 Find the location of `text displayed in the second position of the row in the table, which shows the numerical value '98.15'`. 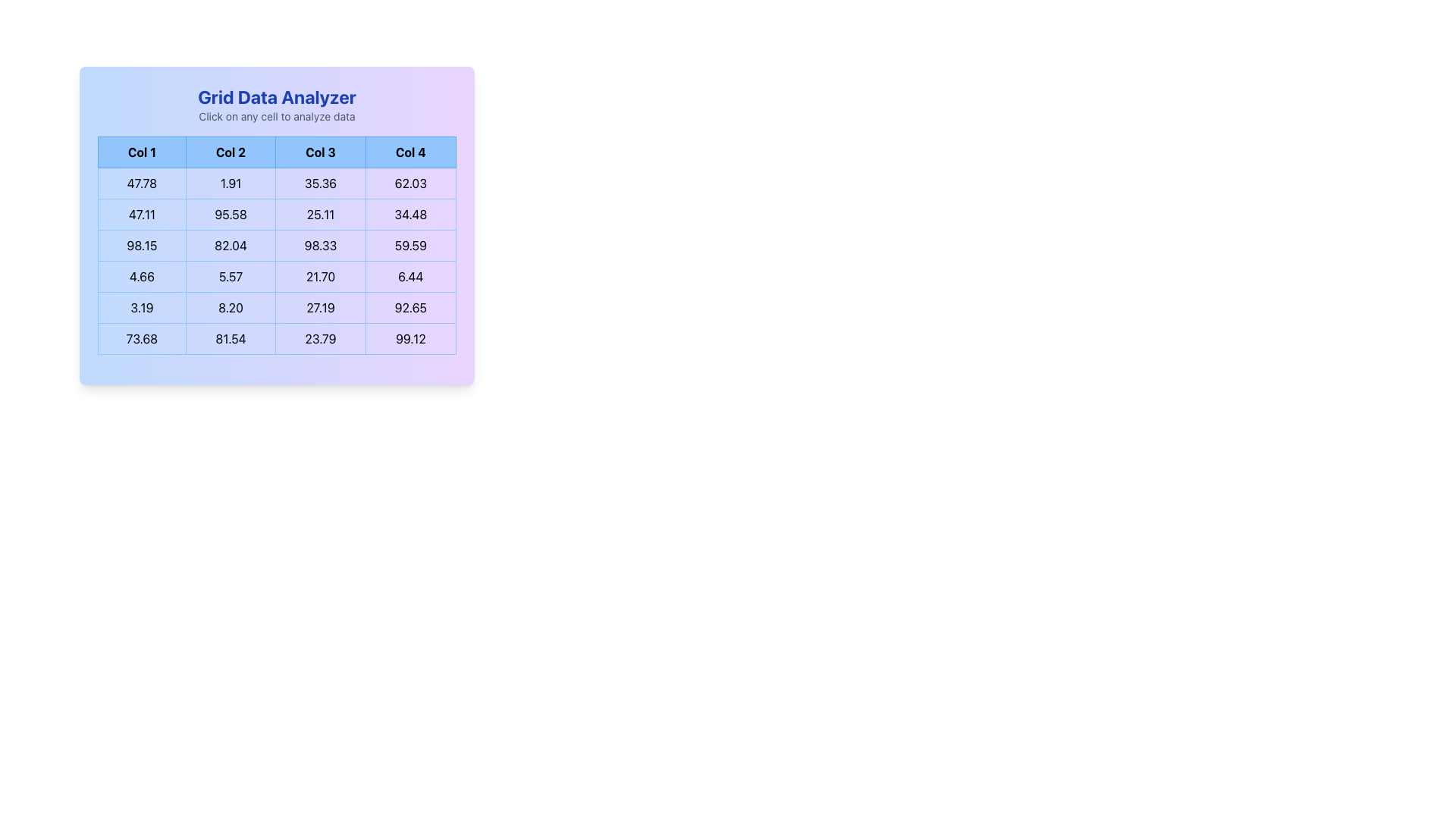

text displayed in the second position of the row in the table, which shows the numerical value '98.15' is located at coordinates (142, 245).